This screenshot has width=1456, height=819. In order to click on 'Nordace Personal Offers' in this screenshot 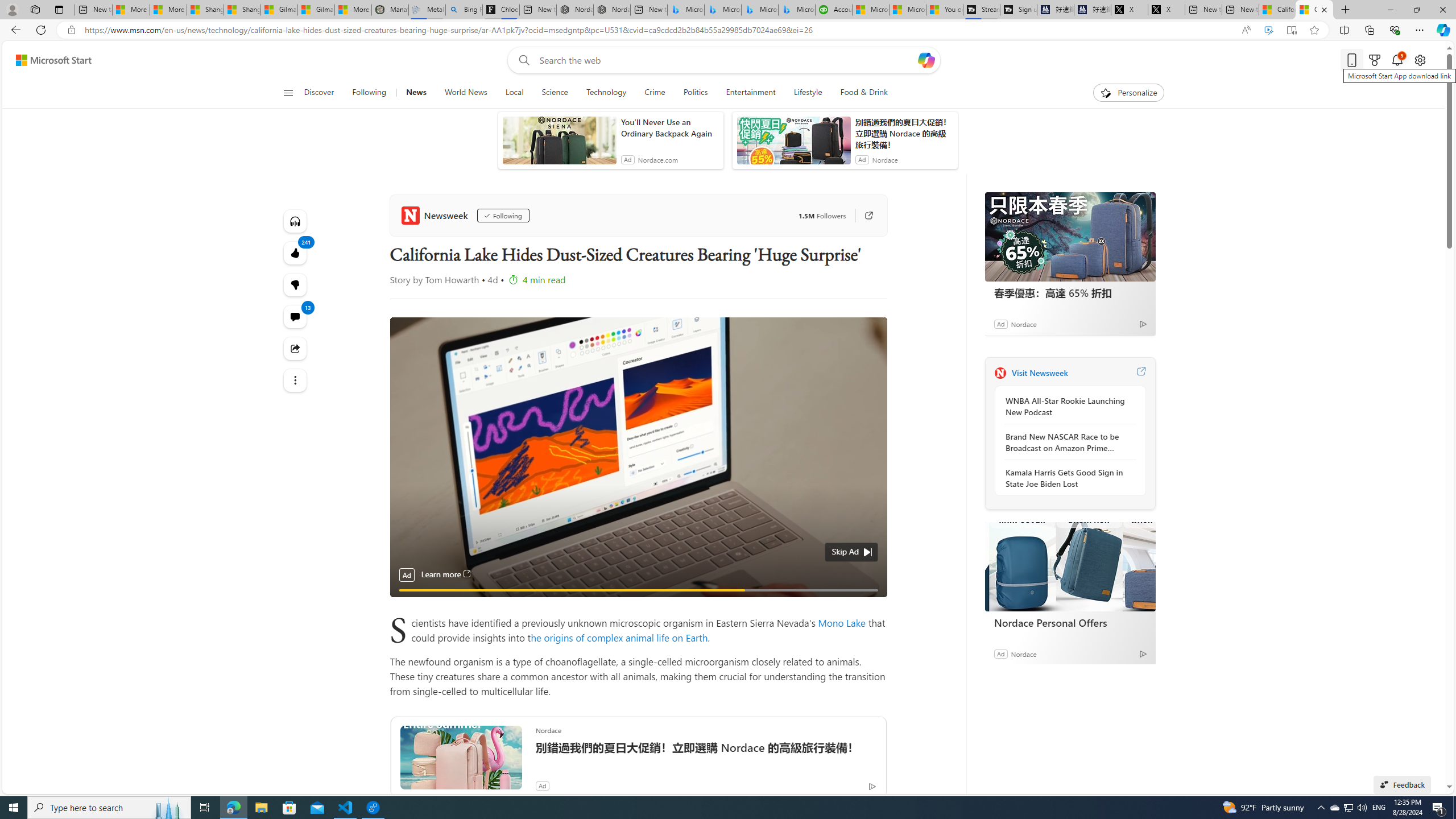, I will do `click(1069, 566)`.